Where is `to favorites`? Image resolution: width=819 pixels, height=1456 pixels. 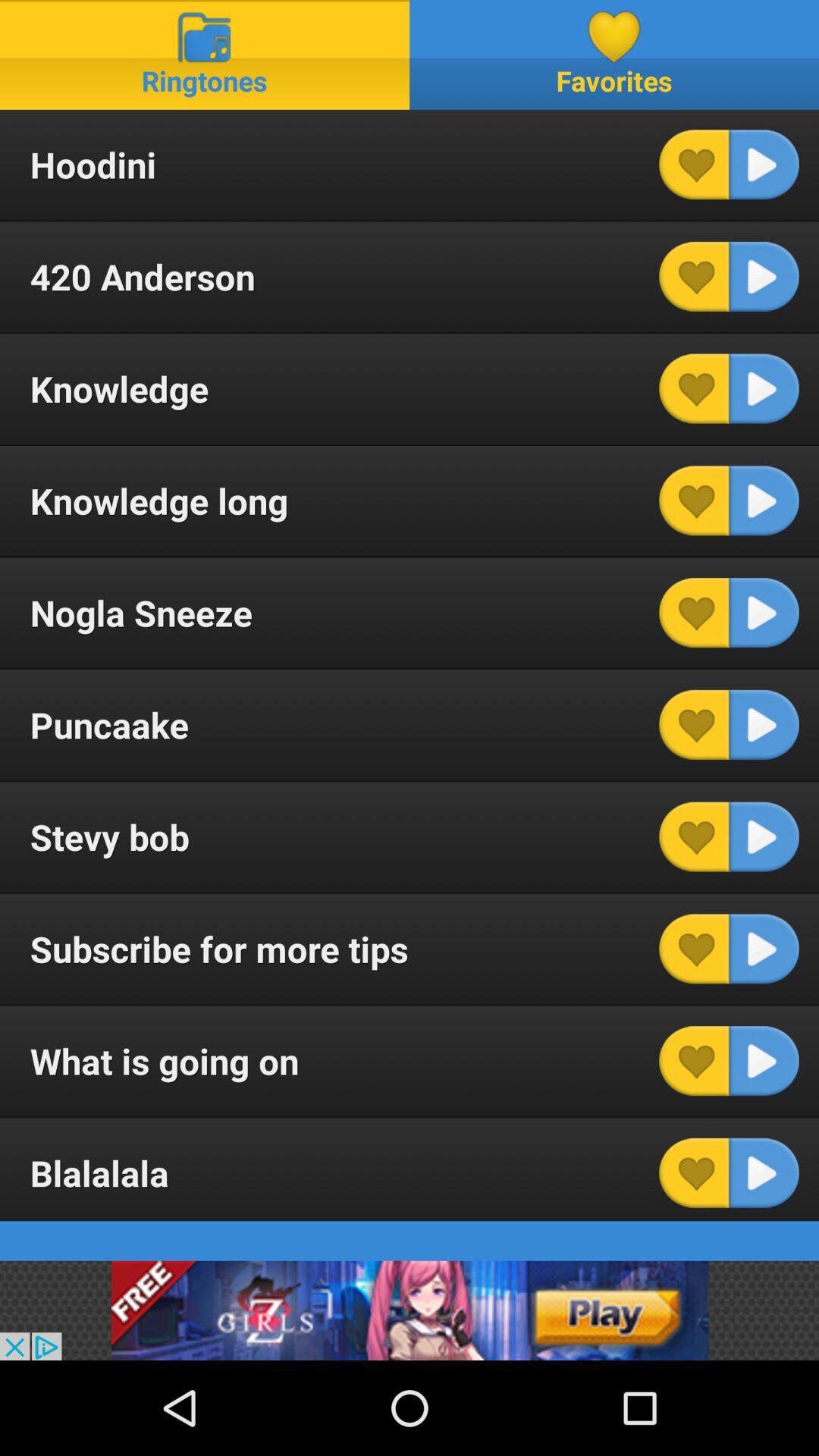 to favorites is located at coordinates (694, 723).